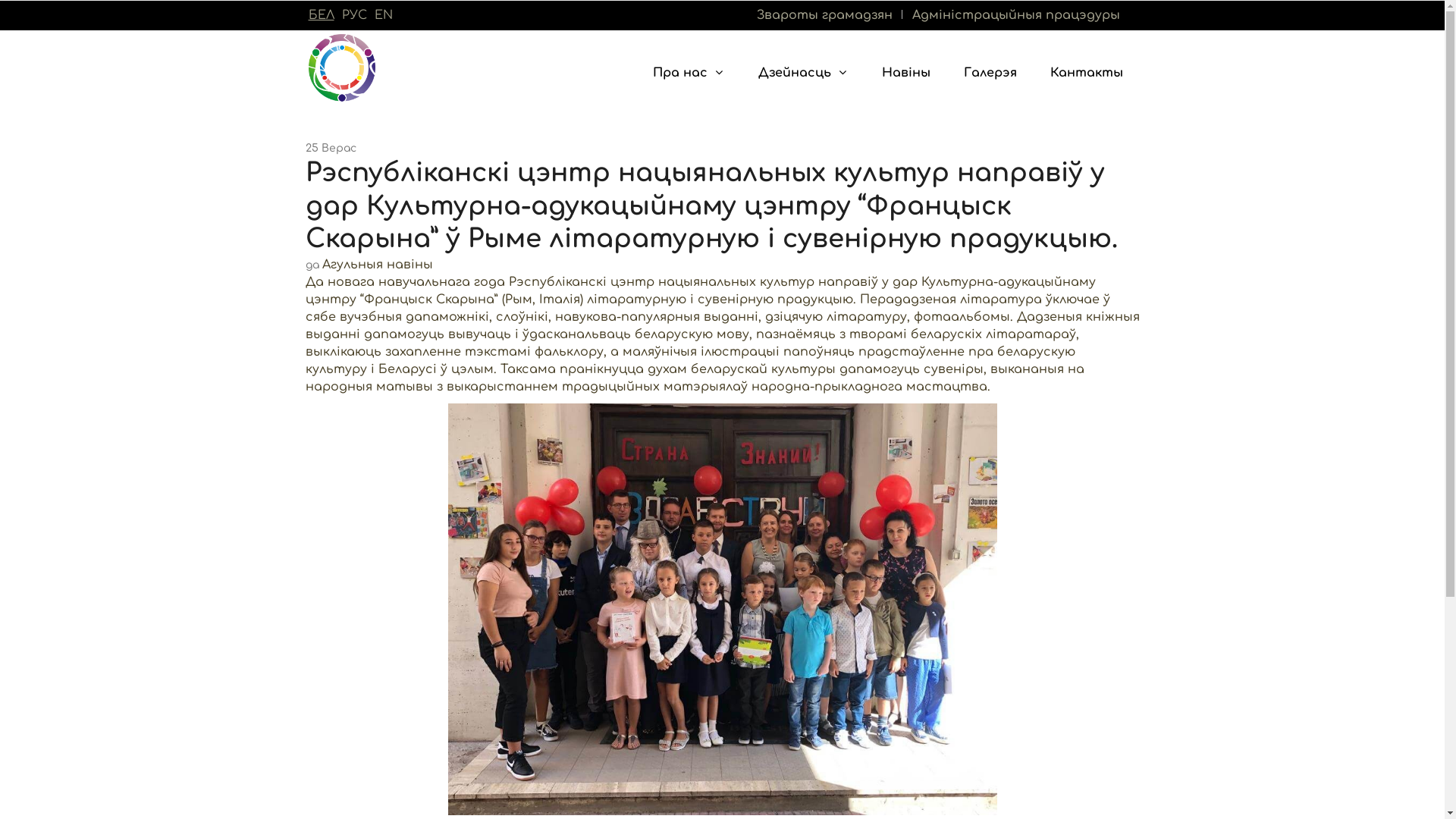 This screenshot has height=819, width=1456. Describe the element at coordinates (383, 14) in the screenshot. I see `'EN'` at that location.